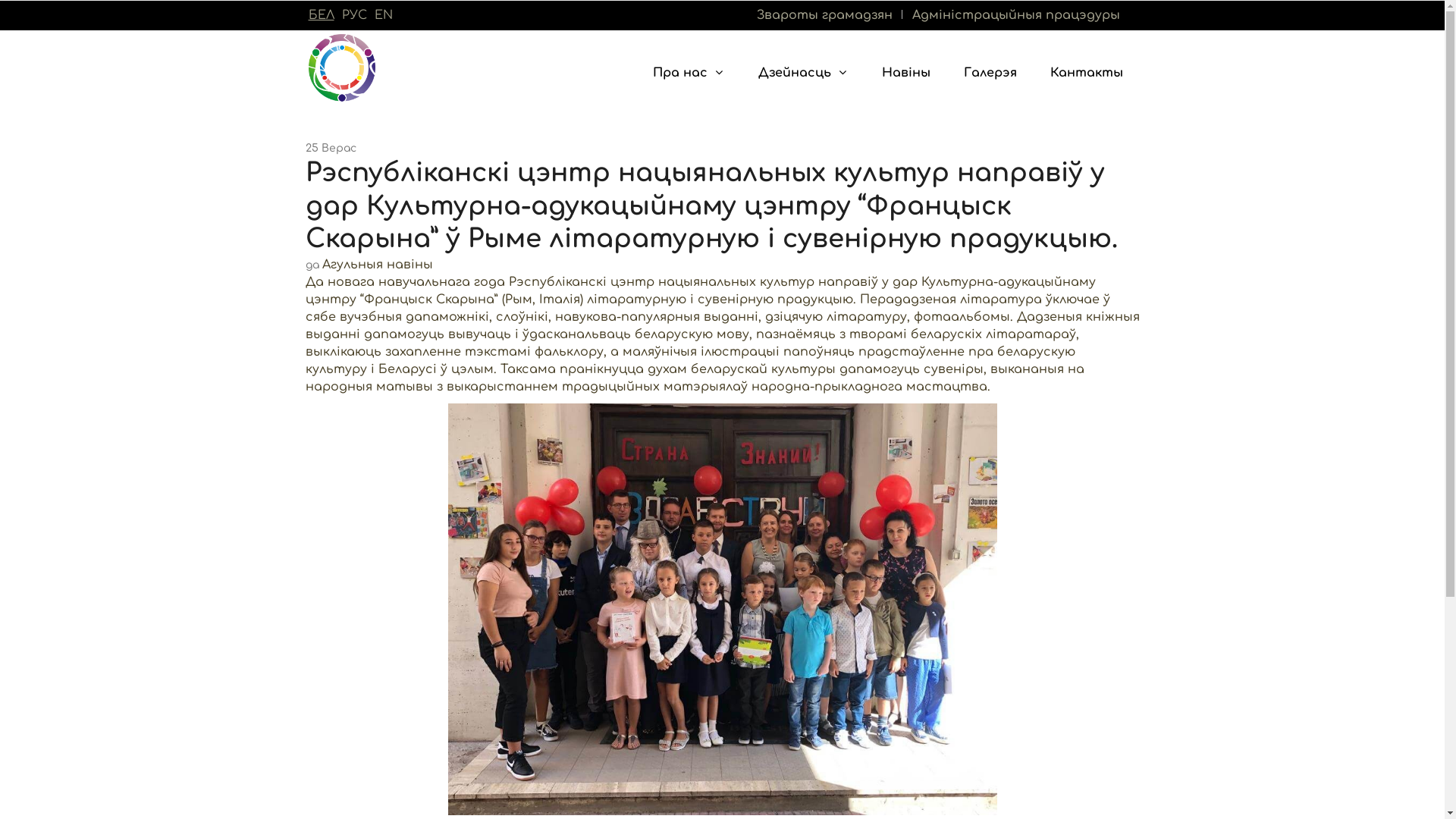 This screenshot has height=819, width=1456. Describe the element at coordinates (383, 14) in the screenshot. I see `'EN'` at that location.